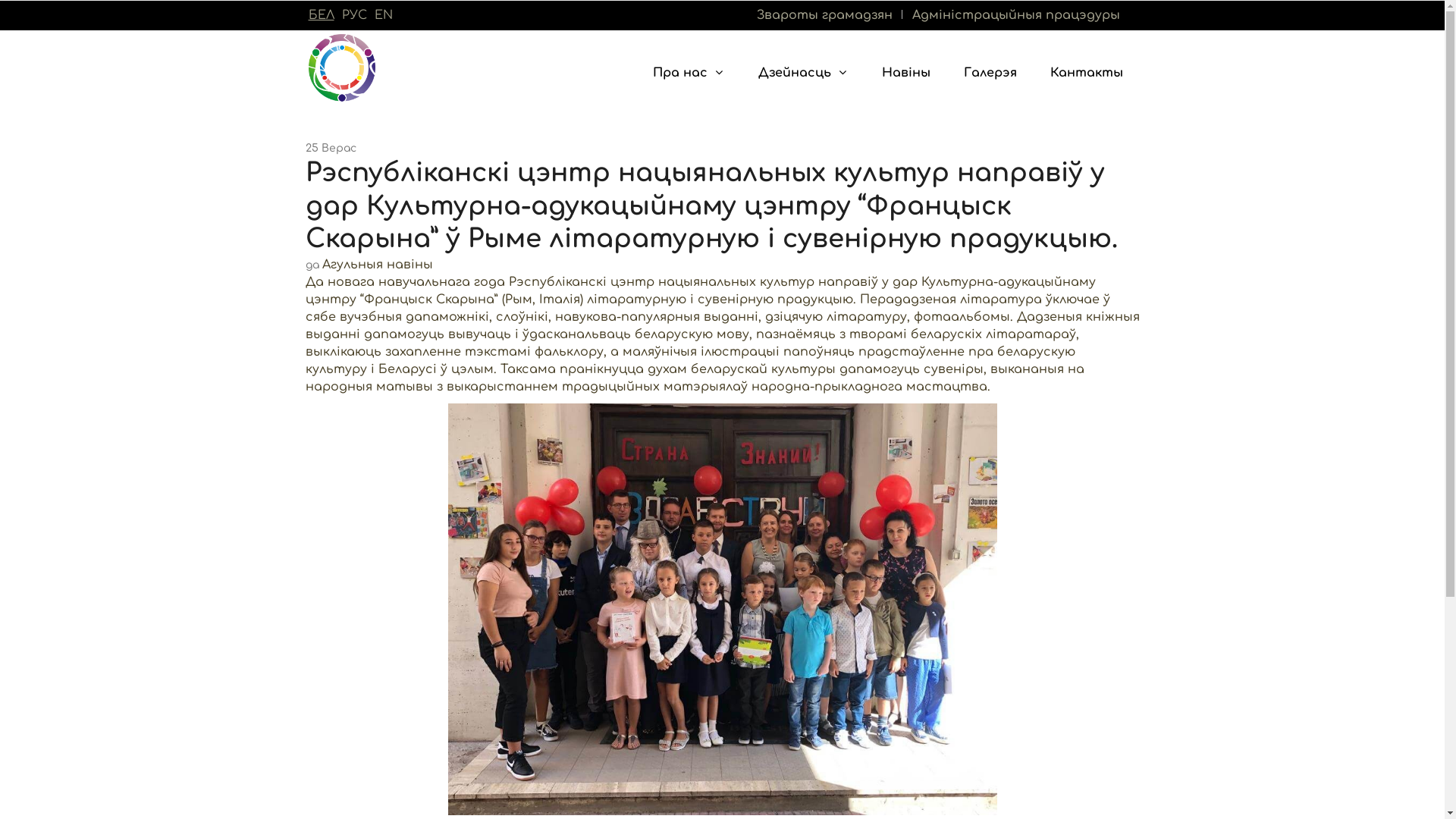 This screenshot has height=819, width=1456. Describe the element at coordinates (383, 14) in the screenshot. I see `'EN'` at that location.